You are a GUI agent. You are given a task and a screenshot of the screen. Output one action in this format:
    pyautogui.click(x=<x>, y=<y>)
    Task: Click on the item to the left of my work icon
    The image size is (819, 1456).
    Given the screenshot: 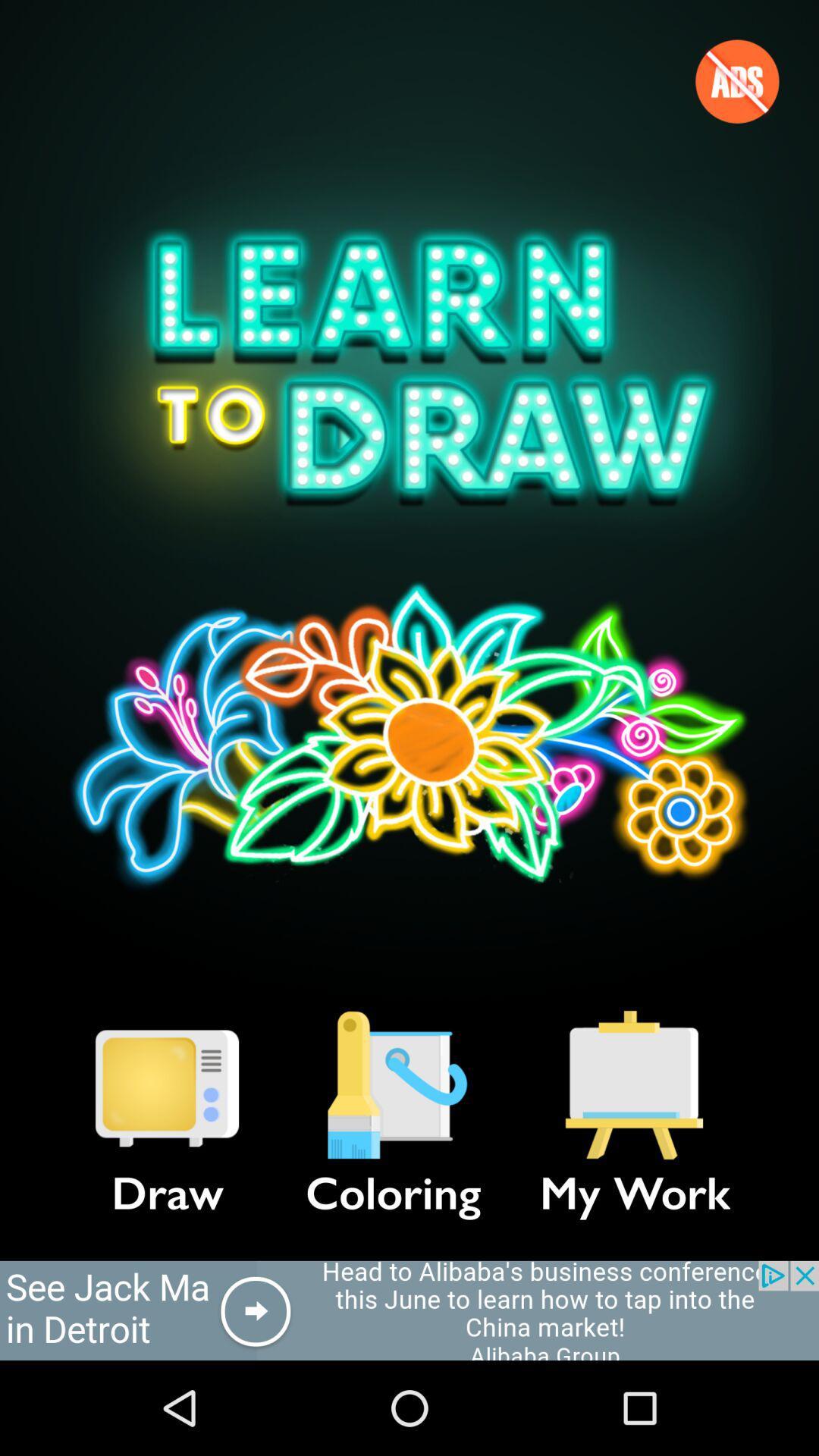 What is the action you would take?
    pyautogui.click(x=393, y=1084)
    